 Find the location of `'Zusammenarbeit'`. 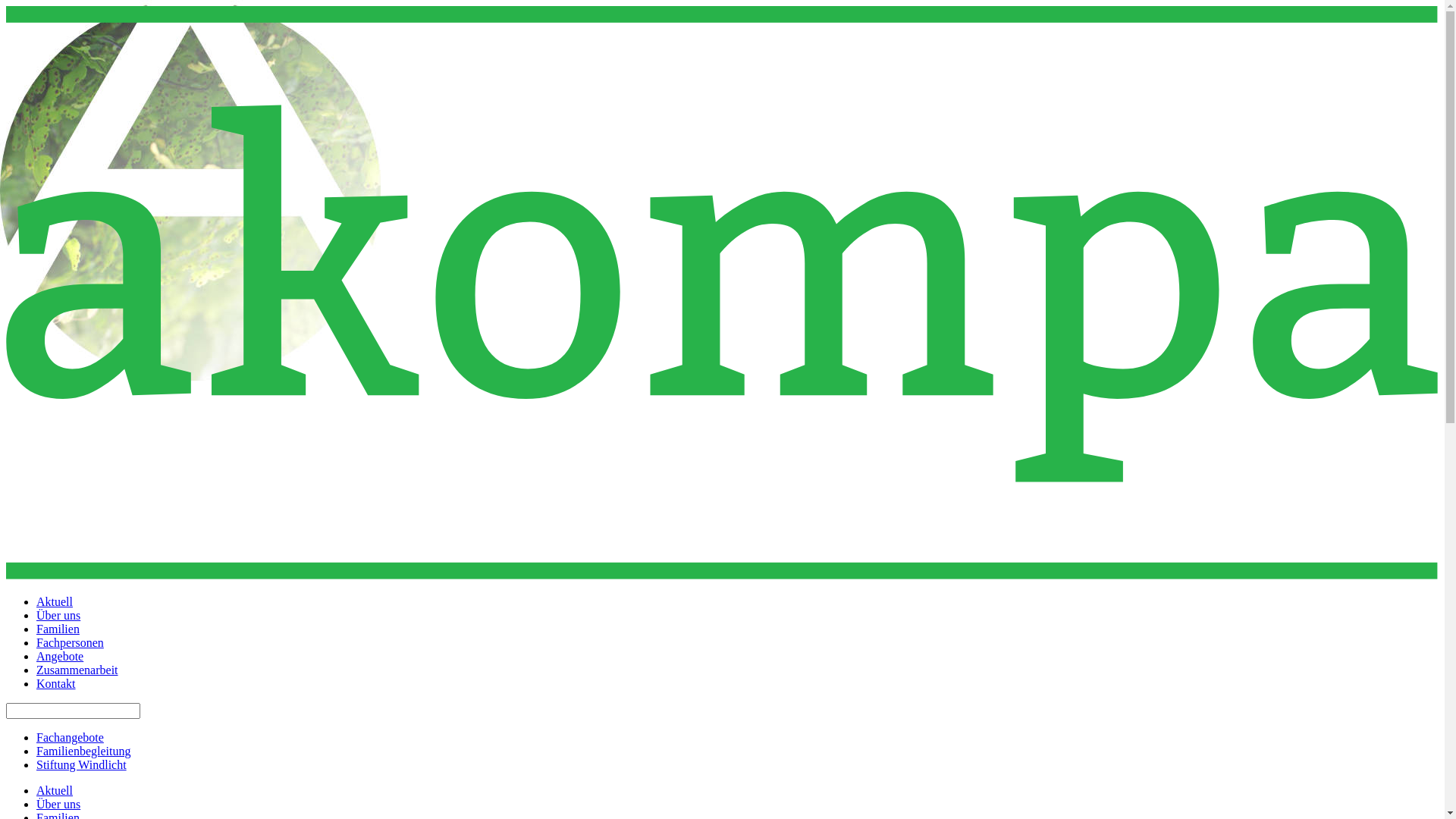

'Zusammenarbeit' is located at coordinates (76, 669).